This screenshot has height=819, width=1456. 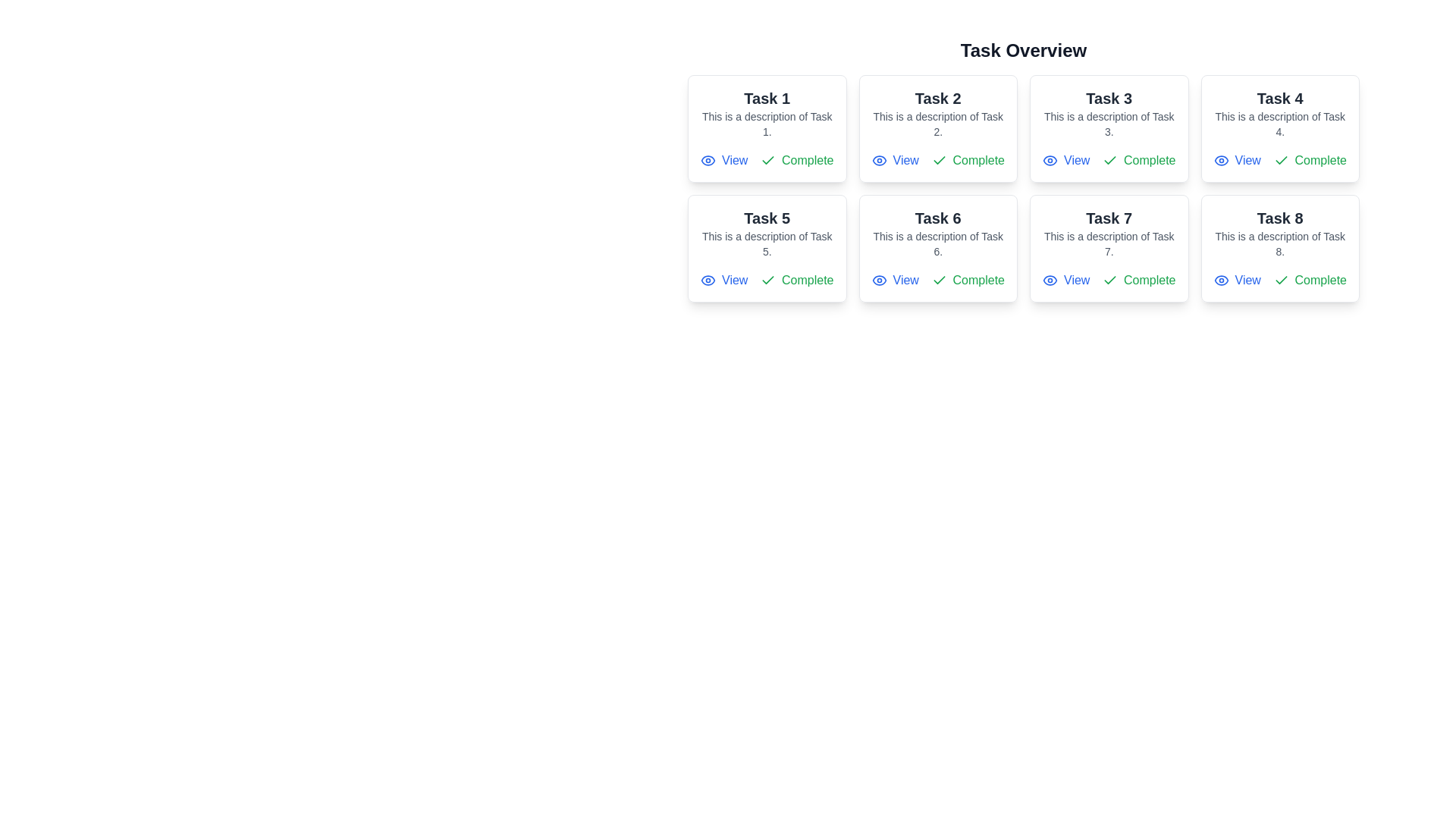 I want to click on the blue 'View' button located within the 'Task 8' card, so click(x=1237, y=281).